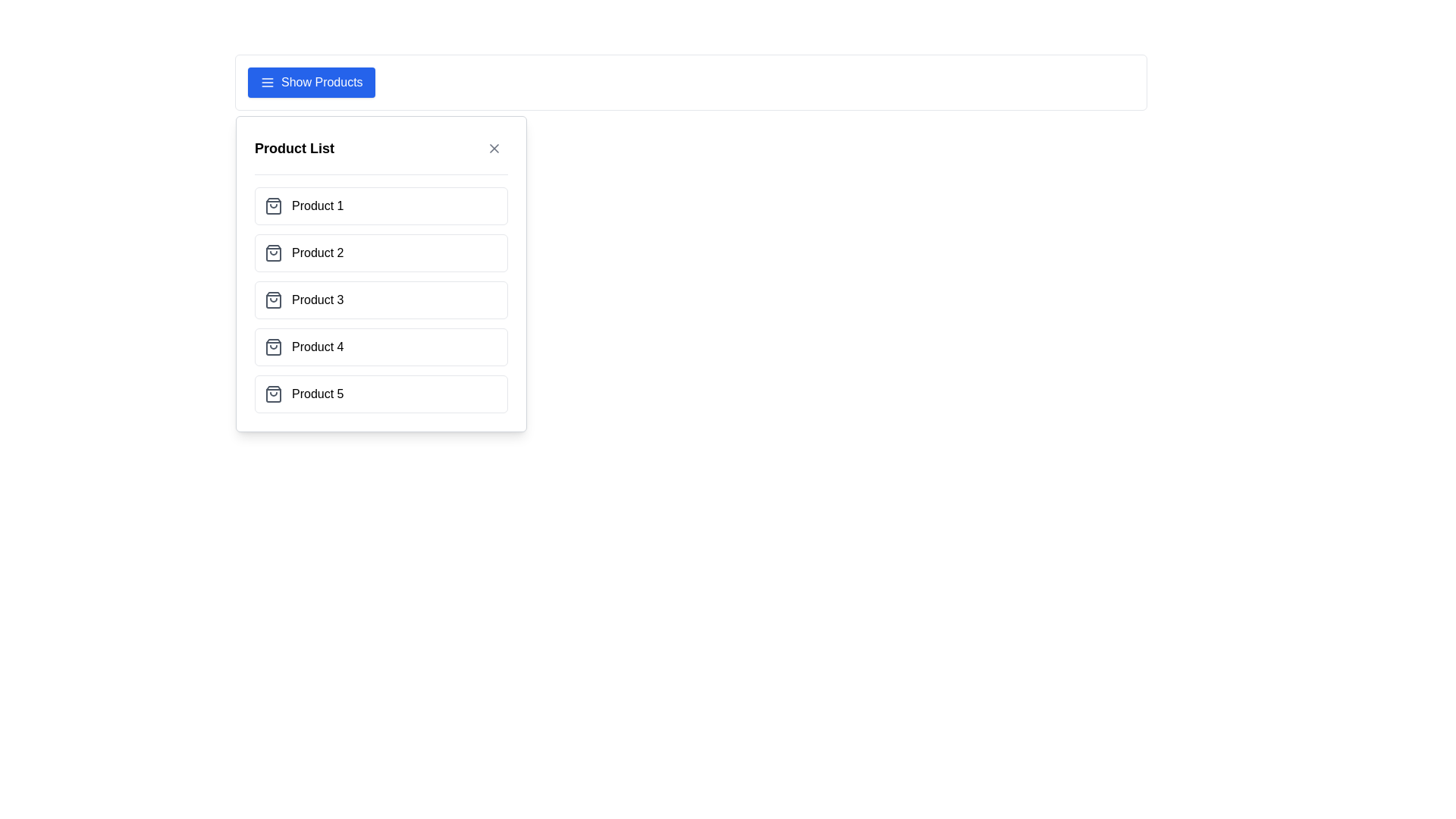  What do you see at coordinates (273, 206) in the screenshot?
I see `the shopping bag icon located to the left of the 'Product 1' text in the product list` at bounding box center [273, 206].